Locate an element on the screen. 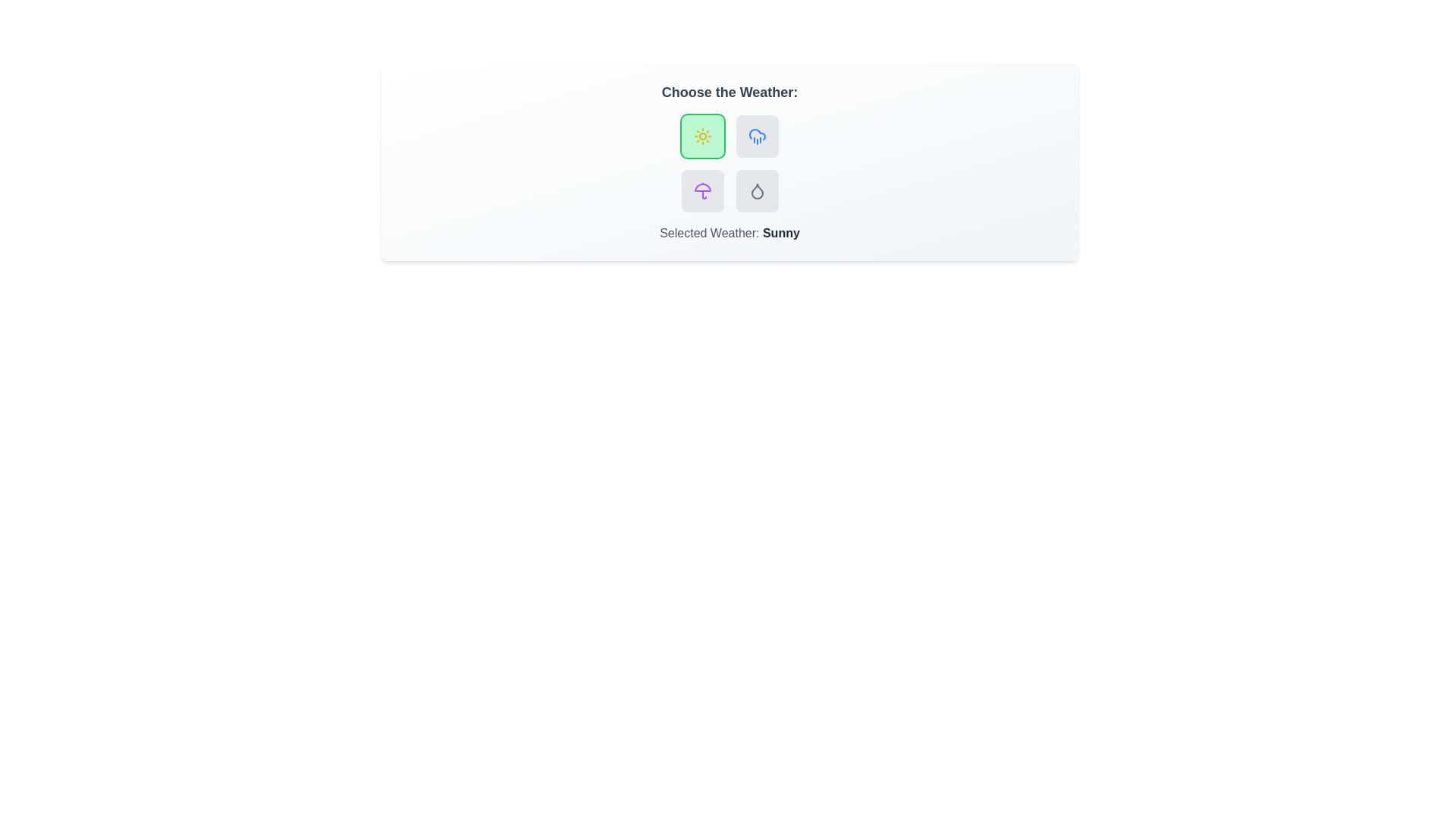  the weather option Sunny by clicking the corresponding button is located at coordinates (701, 136).